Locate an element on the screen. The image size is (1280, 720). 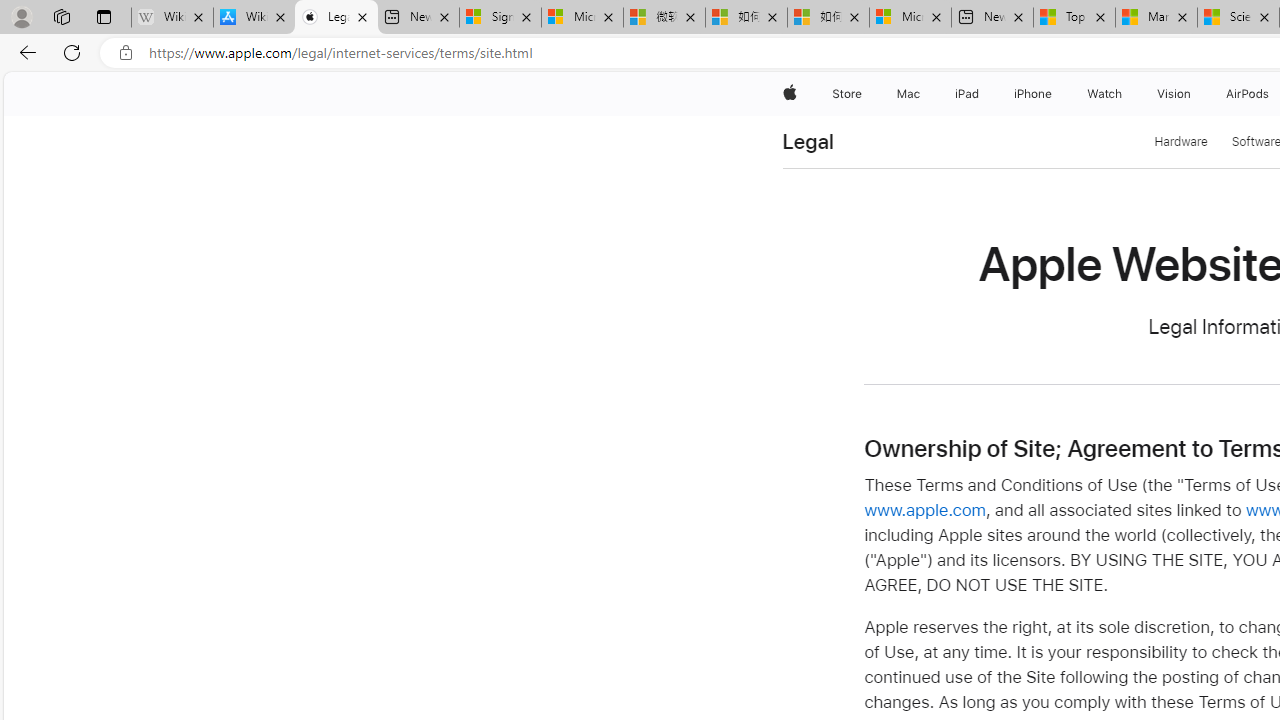
'Vision' is located at coordinates (1175, 93).